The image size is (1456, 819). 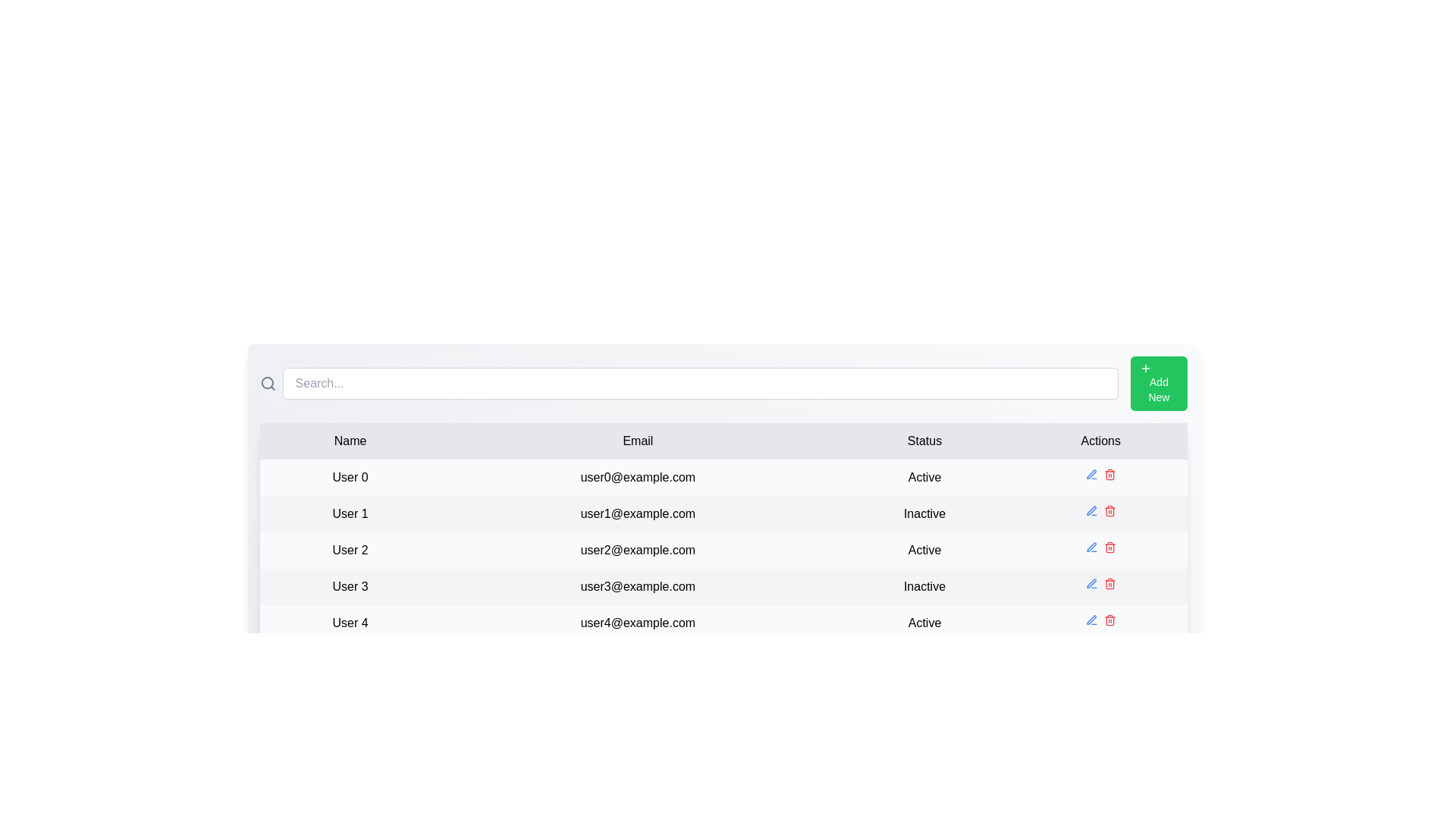 What do you see at coordinates (1090, 583) in the screenshot?
I see `the edit icon for the row corresponding to User 3` at bounding box center [1090, 583].